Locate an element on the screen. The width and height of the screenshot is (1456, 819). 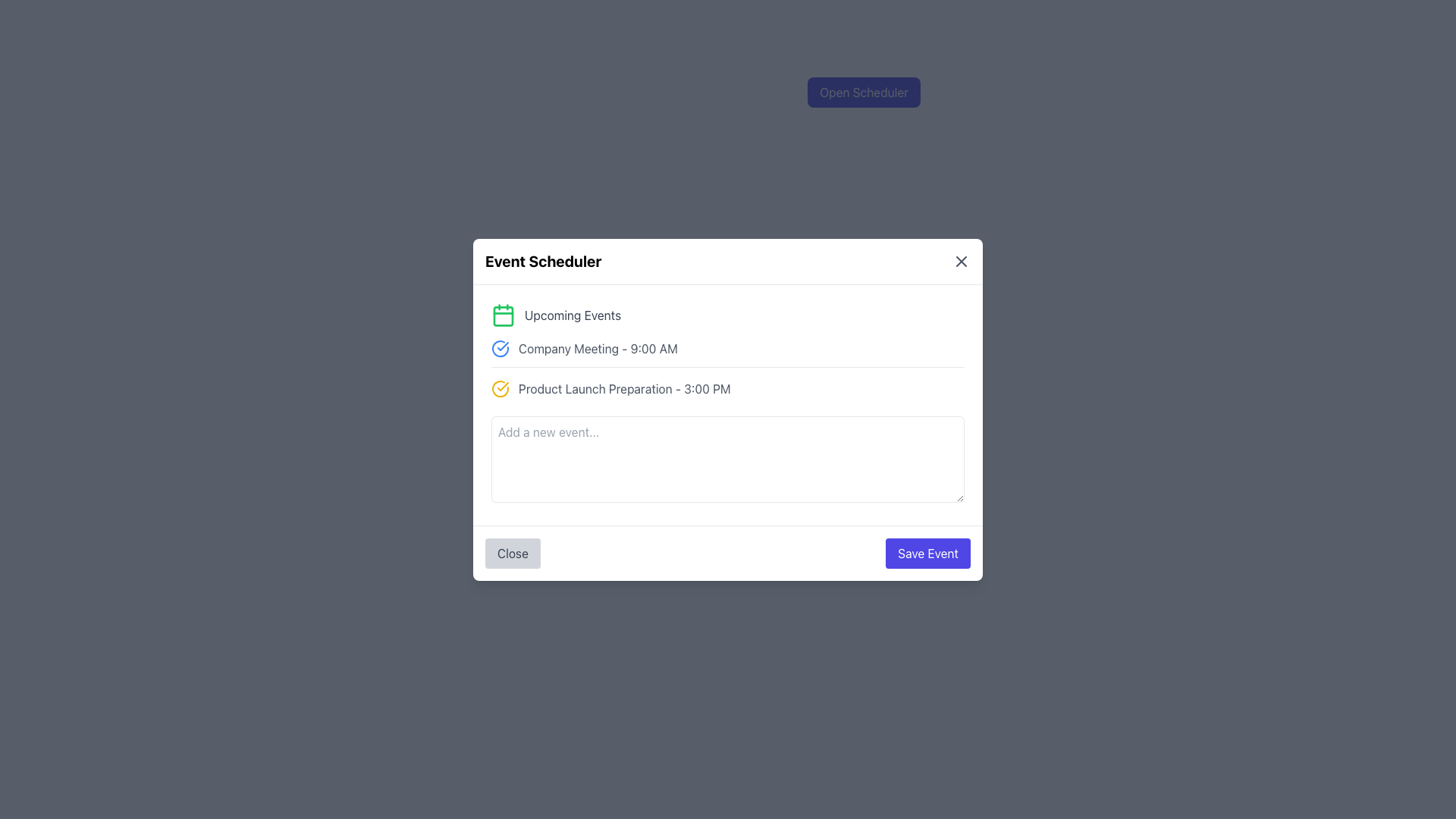
the 'X' icon close button in the top-right corner of the 'Event Scheduler' dialog box to change its color is located at coordinates (960, 259).